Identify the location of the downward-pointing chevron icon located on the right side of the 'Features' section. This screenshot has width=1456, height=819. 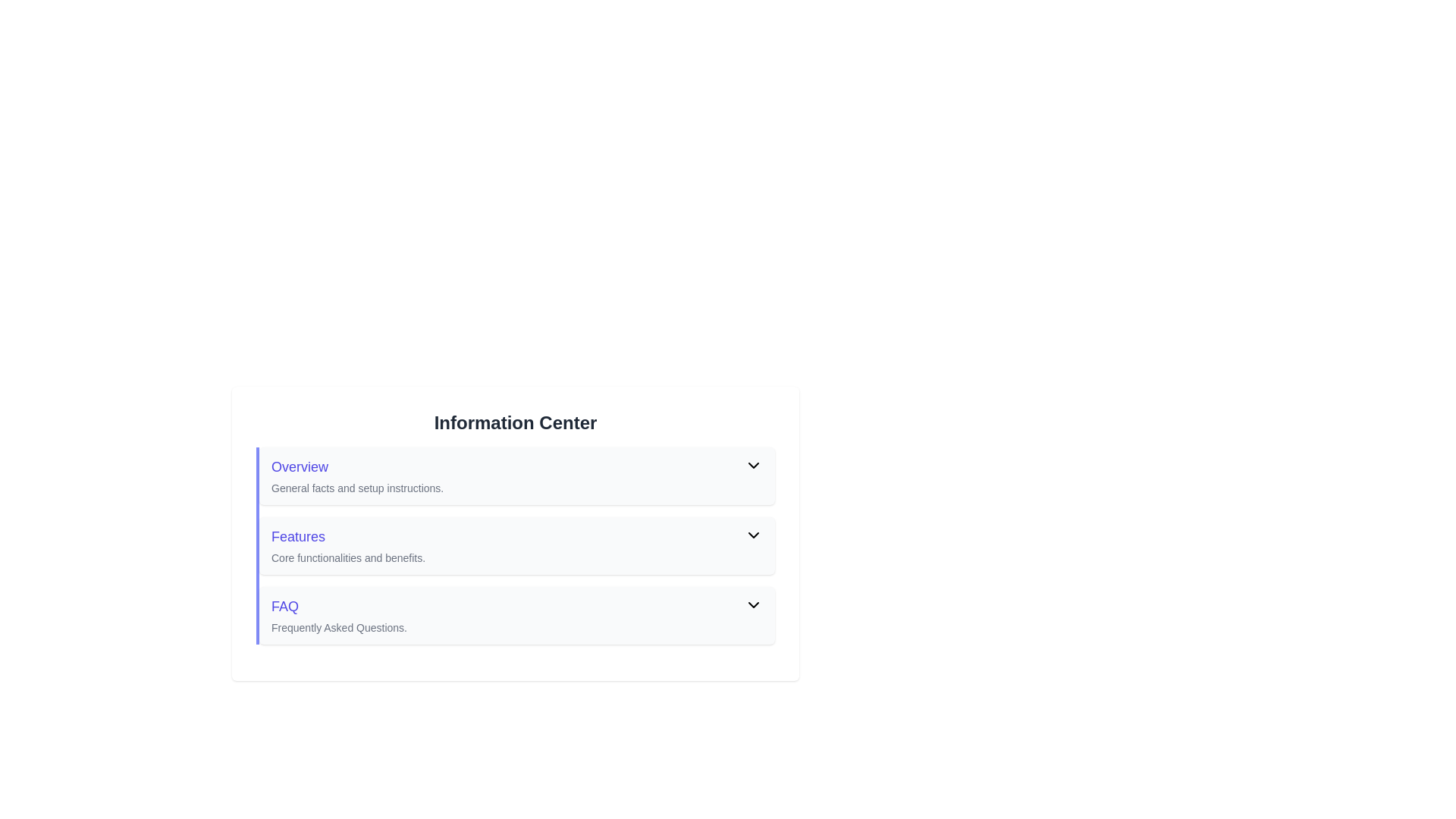
(753, 534).